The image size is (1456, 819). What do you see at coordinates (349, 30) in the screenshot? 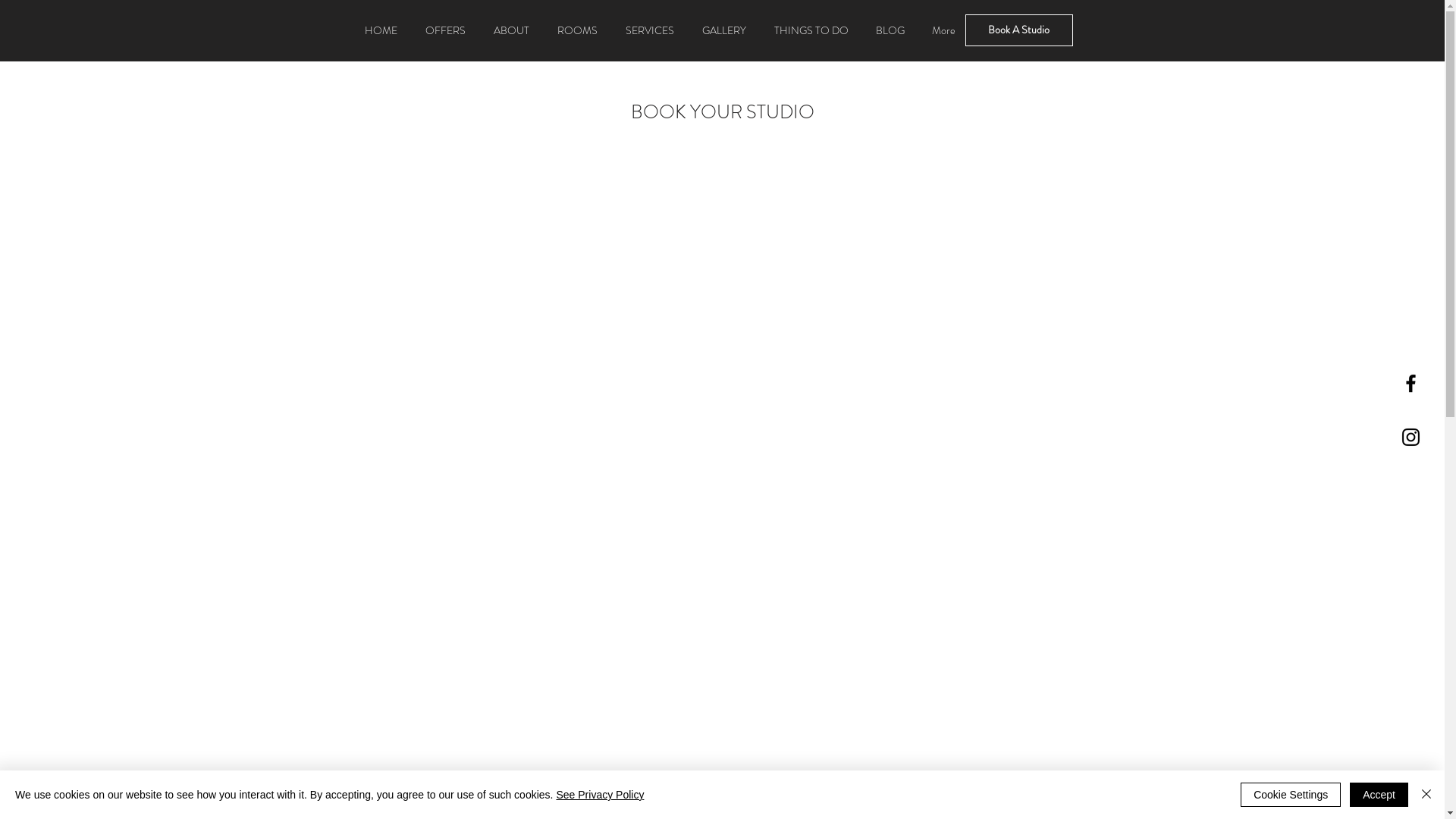
I see `'HOME'` at bounding box center [349, 30].